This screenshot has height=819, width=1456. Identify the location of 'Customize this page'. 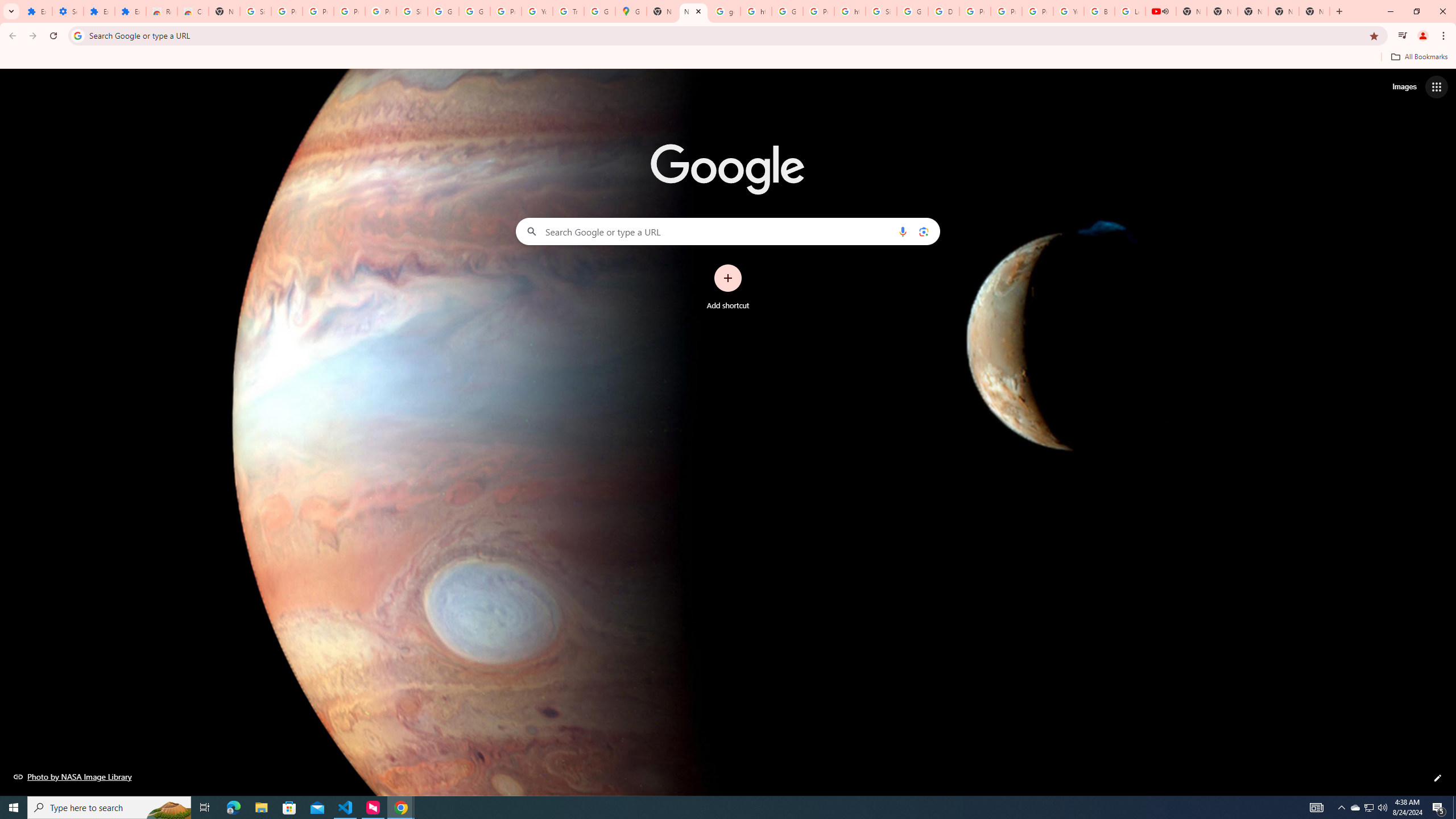
(1437, 777).